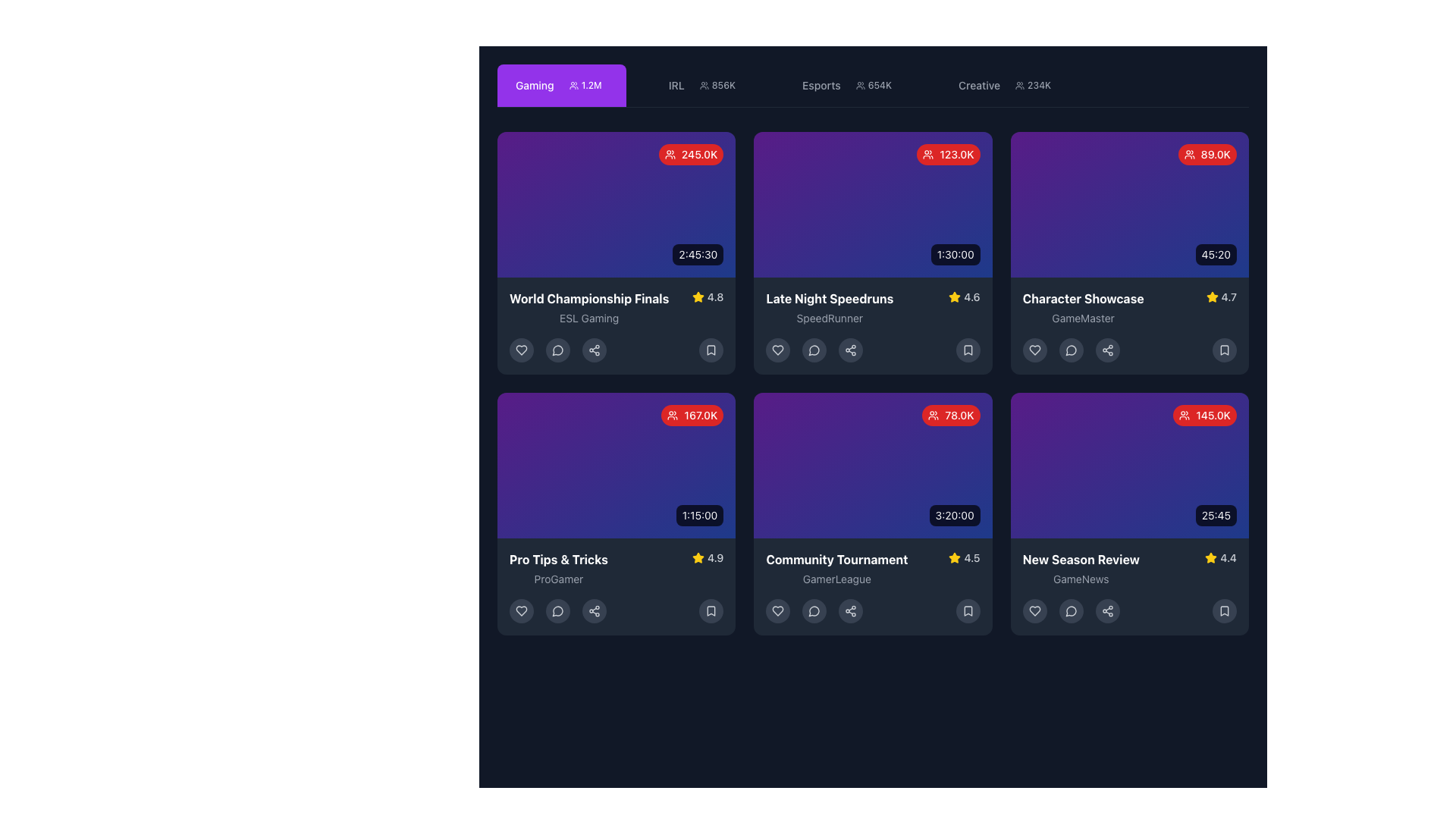  What do you see at coordinates (703, 85) in the screenshot?
I see `the Icon (Group of Users) located in the navigation bar near the top of the interface, positioned to the left of the numerical indicator '856K' representing followers` at bounding box center [703, 85].